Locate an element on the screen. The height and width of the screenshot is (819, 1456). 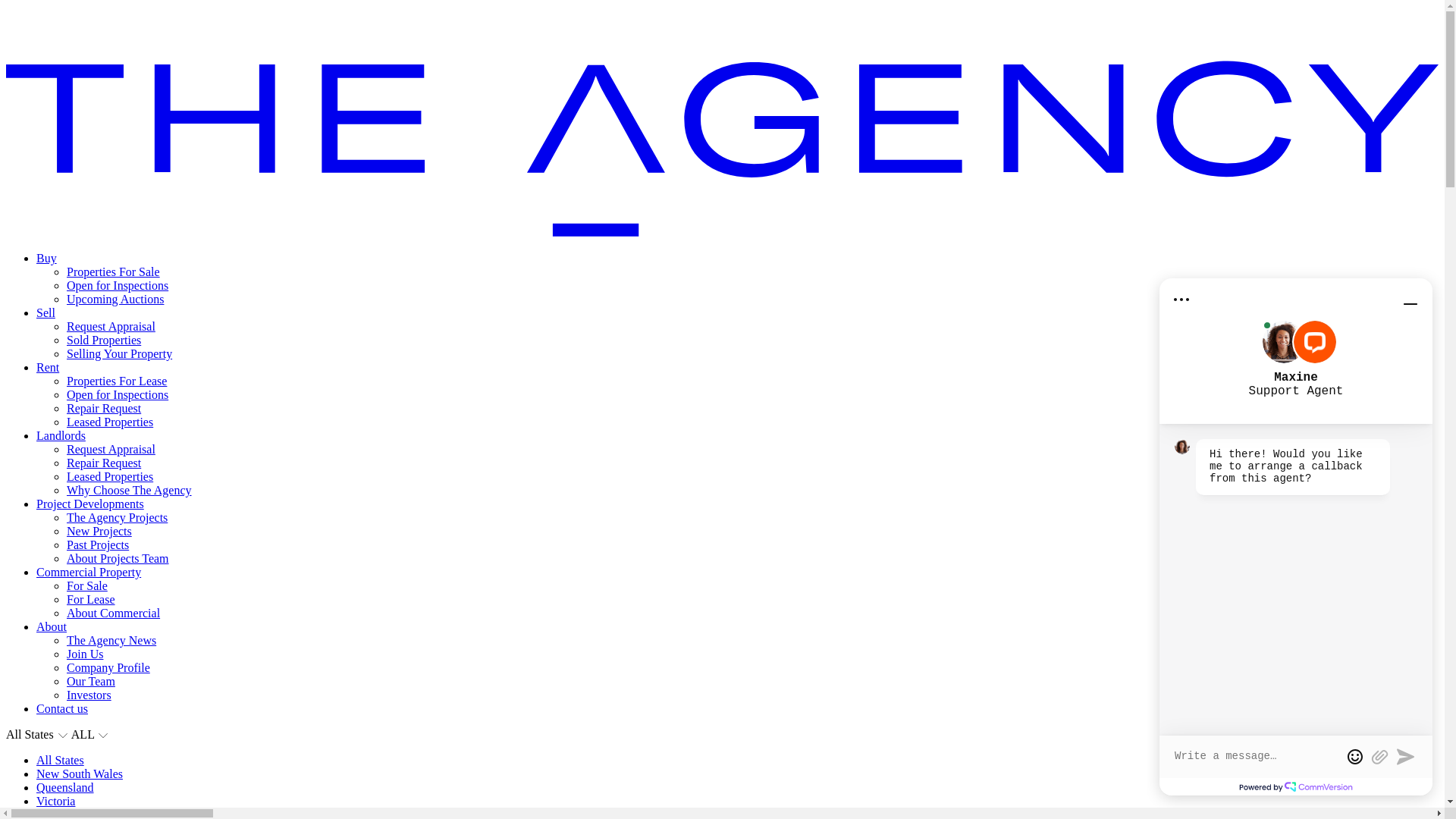
'Sell' is located at coordinates (36, 312).